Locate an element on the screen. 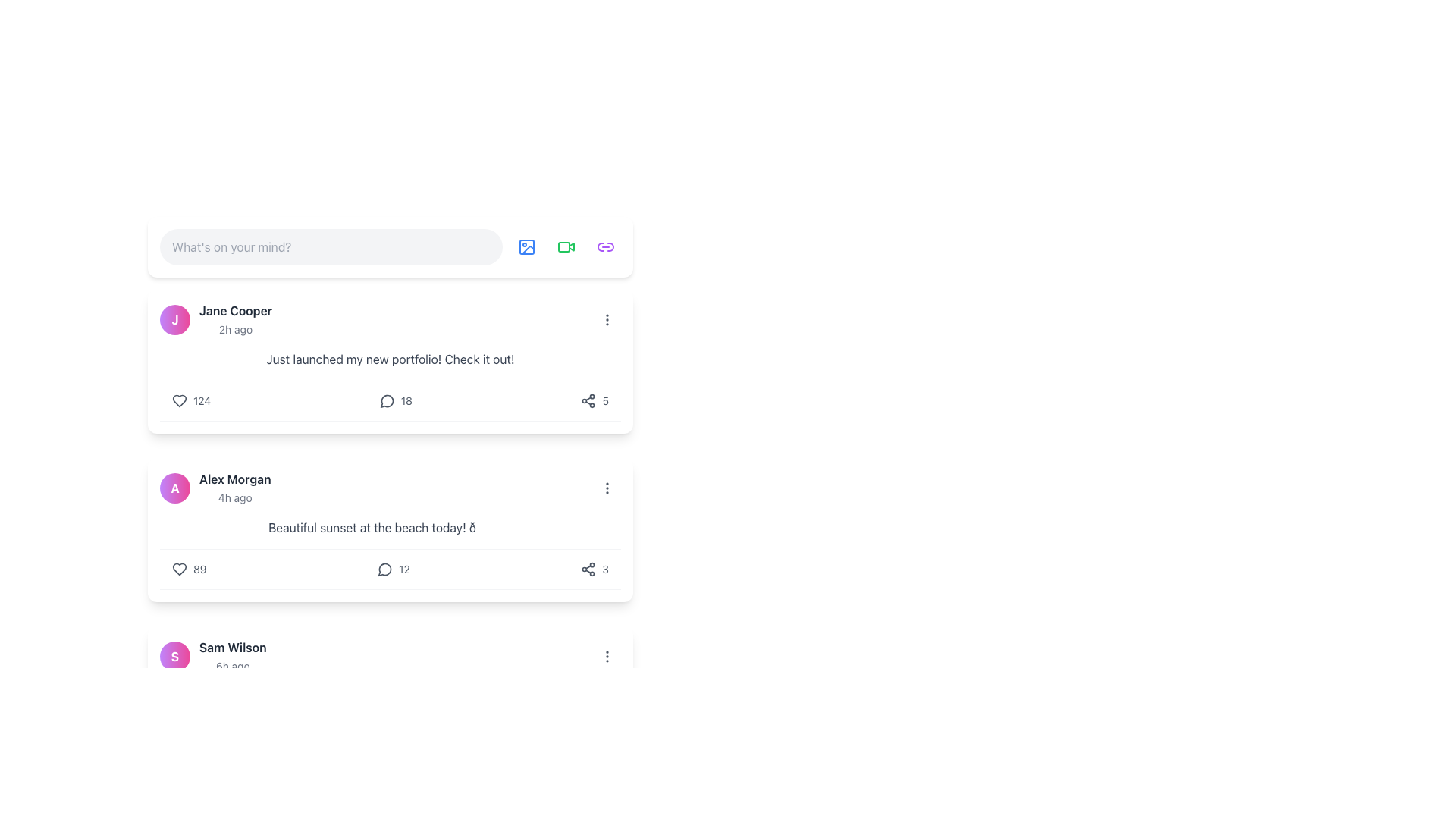 This screenshot has height=819, width=1456. the button in the toolbar located at the end of the 'What's on your mind?' input field is located at coordinates (527, 246).